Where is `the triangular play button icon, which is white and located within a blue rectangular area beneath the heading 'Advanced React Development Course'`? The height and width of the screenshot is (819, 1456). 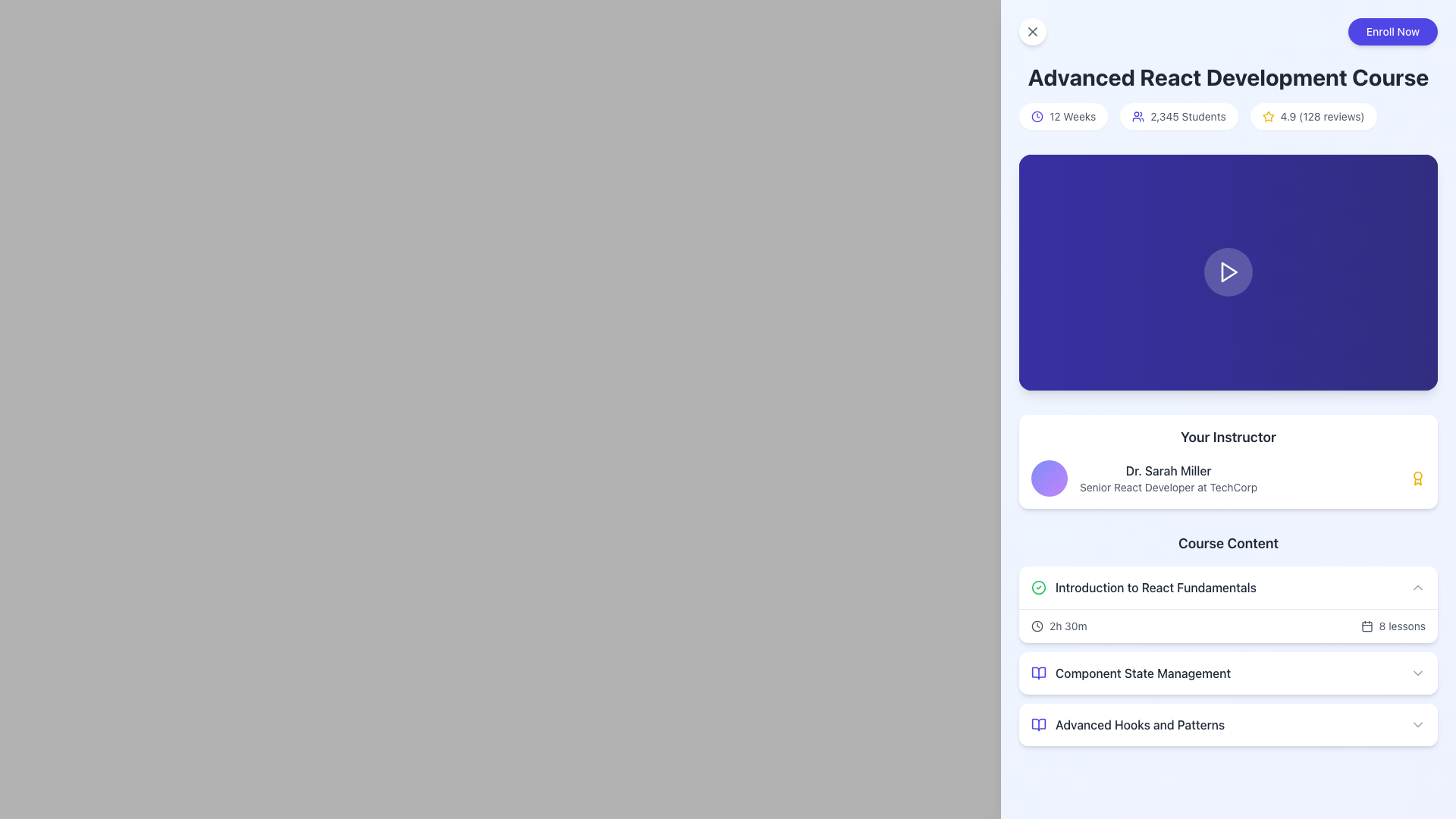
the triangular play button icon, which is white and located within a blue rectangular area beneath the heading 'Advanced React Development Course' is located at coordinates (1229, 271).